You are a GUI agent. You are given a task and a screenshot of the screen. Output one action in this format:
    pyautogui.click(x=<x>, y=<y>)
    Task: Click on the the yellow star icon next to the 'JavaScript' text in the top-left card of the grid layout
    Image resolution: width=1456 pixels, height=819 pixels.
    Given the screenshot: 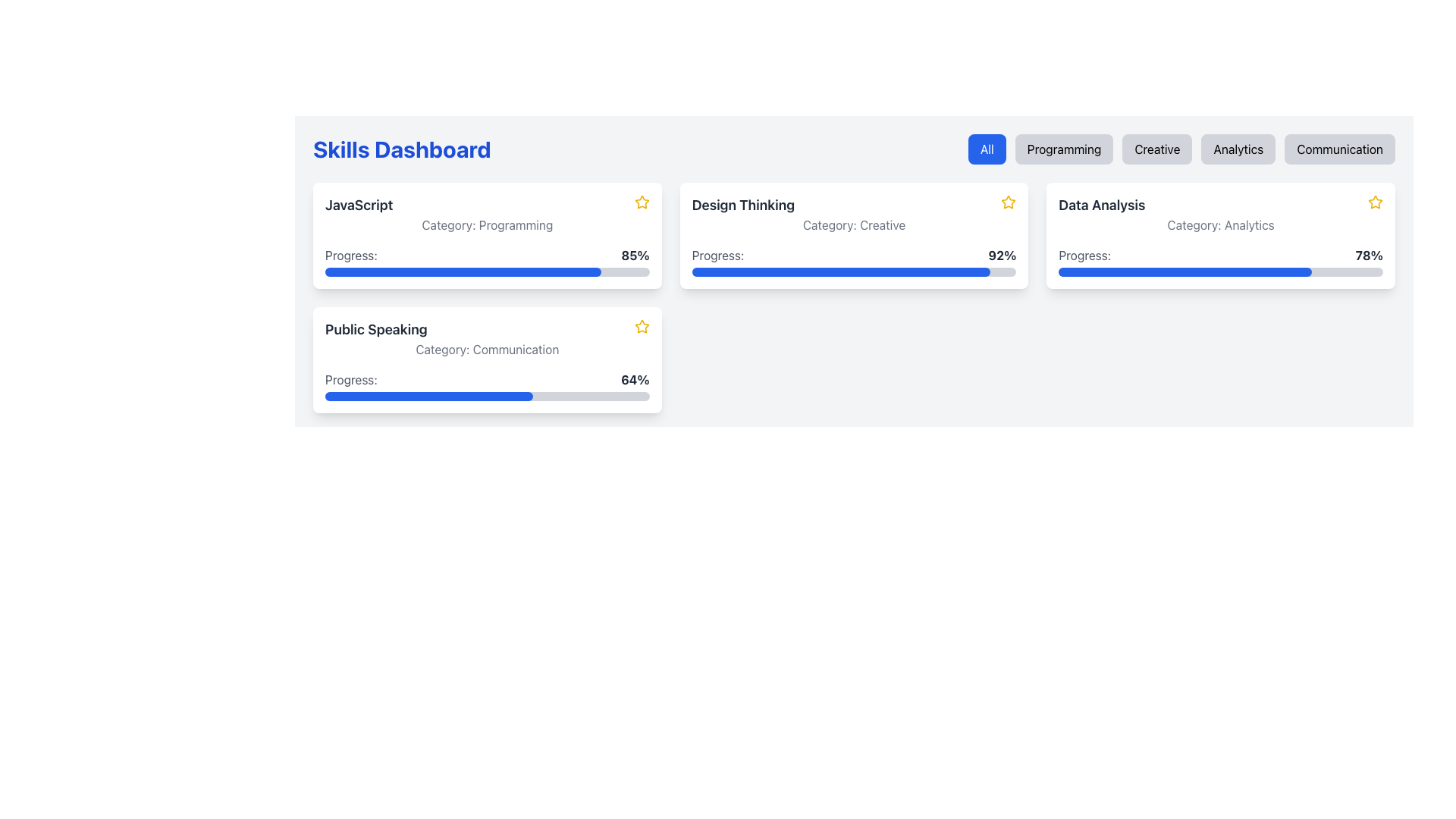 What is the action you would take?
    pyautogui.click(x=642, y=201)
    